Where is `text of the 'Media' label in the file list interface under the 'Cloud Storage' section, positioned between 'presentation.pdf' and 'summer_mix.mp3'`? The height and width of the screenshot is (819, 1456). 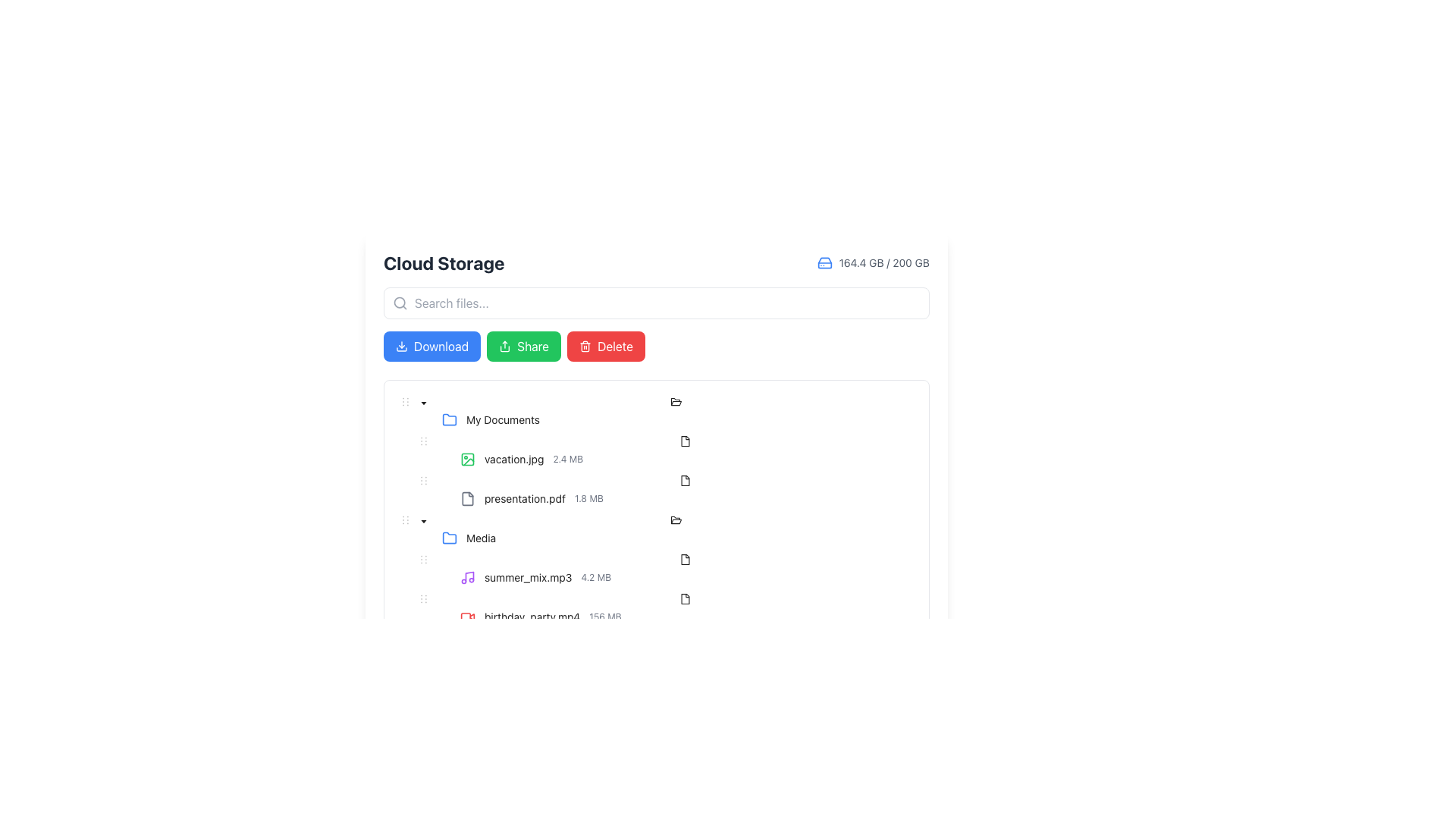 text of the 'Media' label in the file list interface under the 'Cloud Storage' section, positioned between 'presentation.pdf' and 'summer_mix.mp3' is located at coordinates (480, 537).